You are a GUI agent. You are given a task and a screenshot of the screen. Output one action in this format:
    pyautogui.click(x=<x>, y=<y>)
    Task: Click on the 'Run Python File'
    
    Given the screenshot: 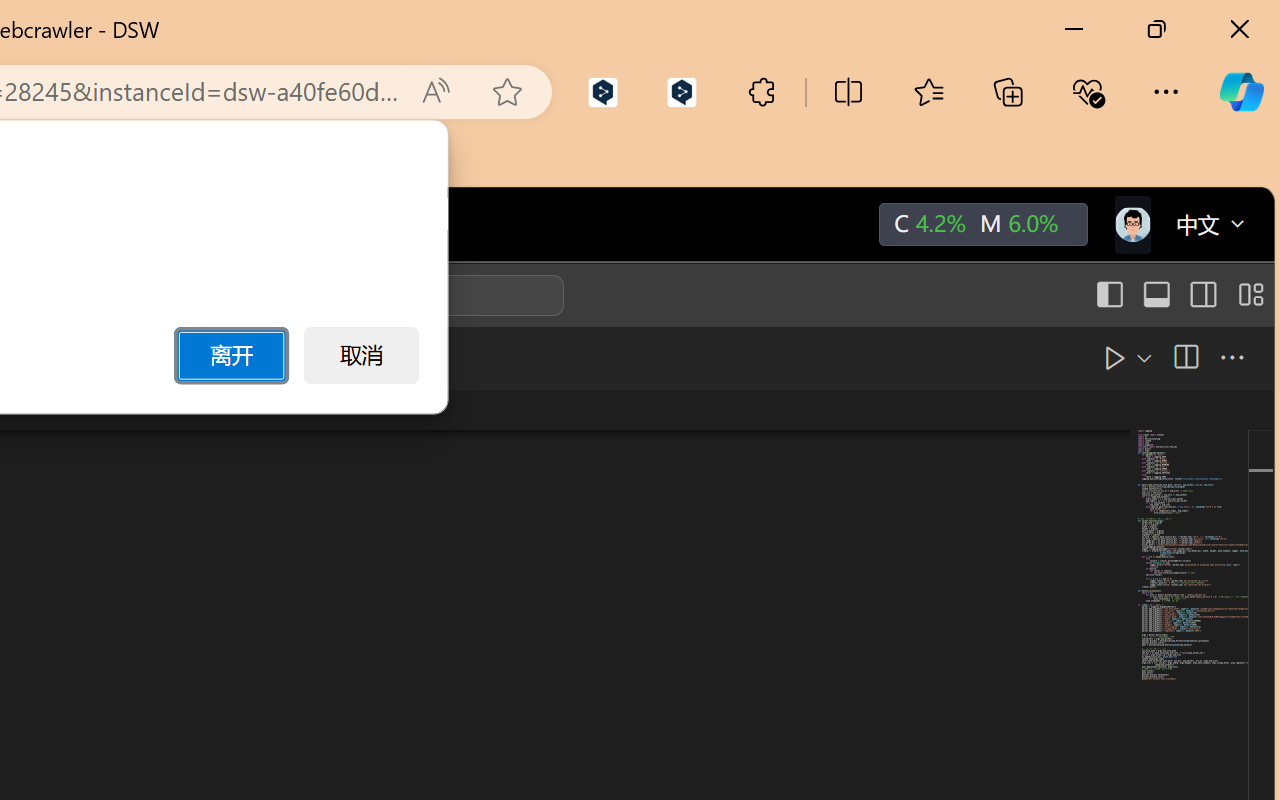 What is the action you would take?
    pyautogui.click(x=1066, y=357)
    